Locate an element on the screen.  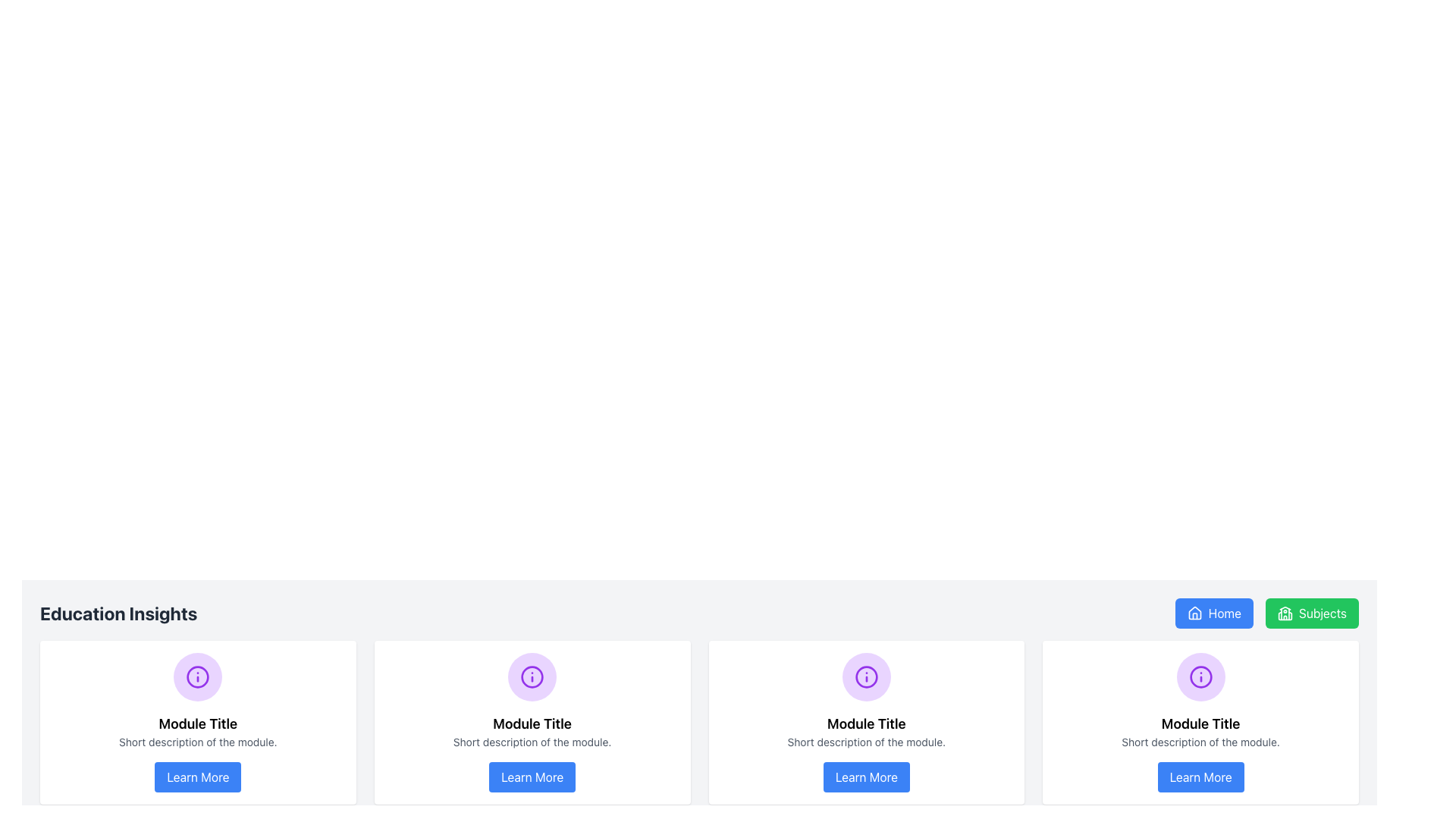
the small house-shaped icon with a green background located within the 'Subjects' button in the upper navigation bar is located at coordinates (1284, 613).